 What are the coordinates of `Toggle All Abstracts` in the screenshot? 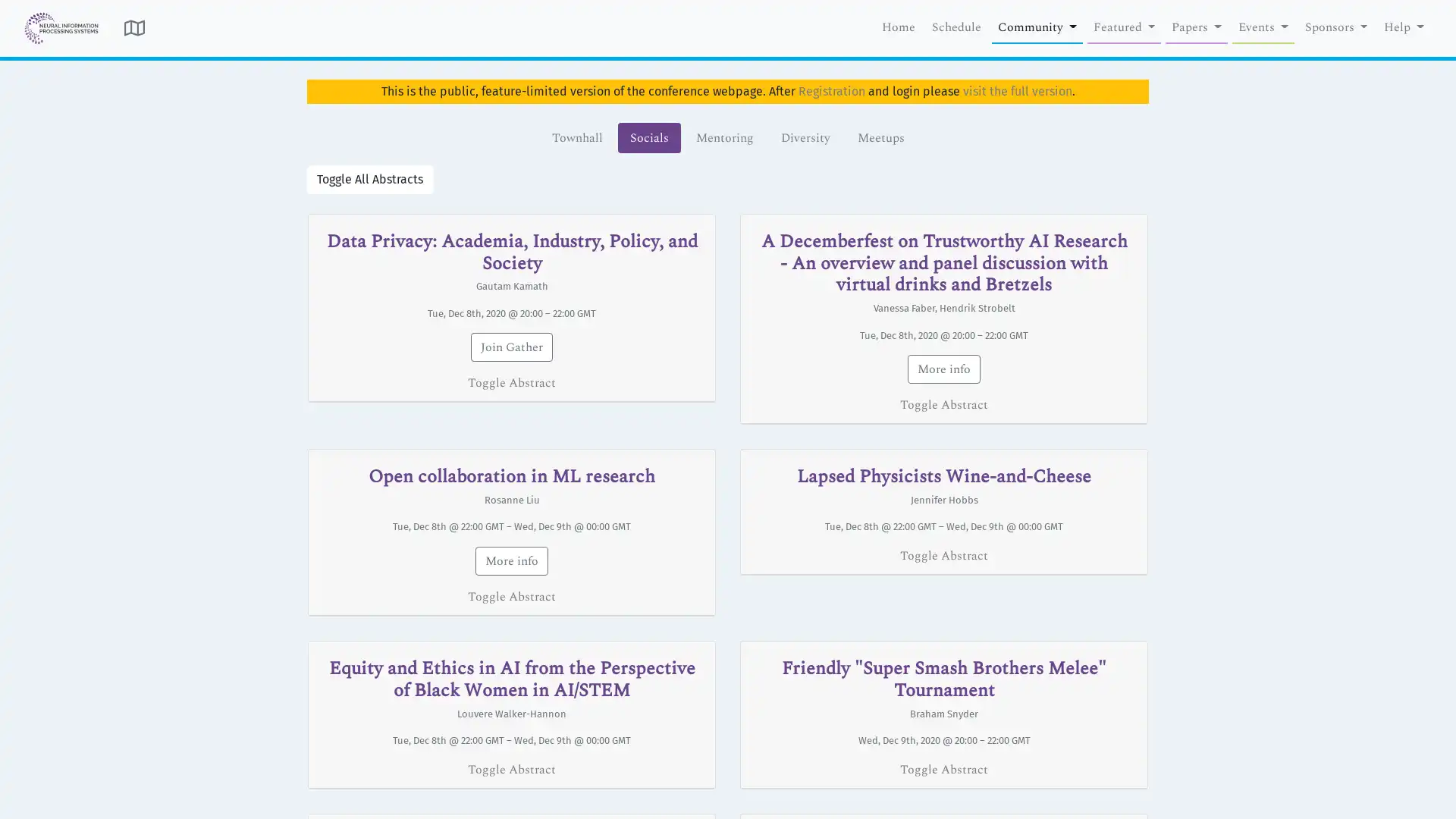 It's located at (370, 177).